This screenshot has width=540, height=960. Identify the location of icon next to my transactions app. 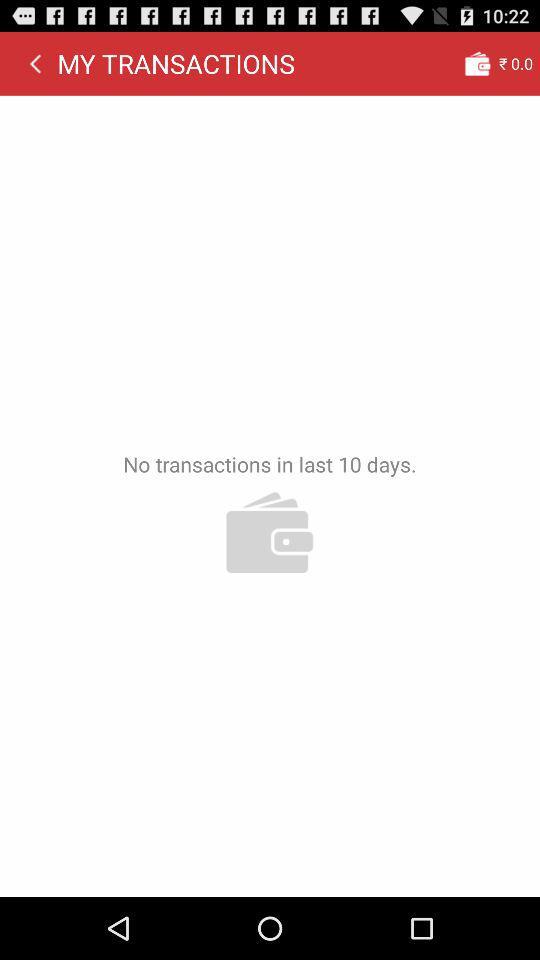
(35, 63).